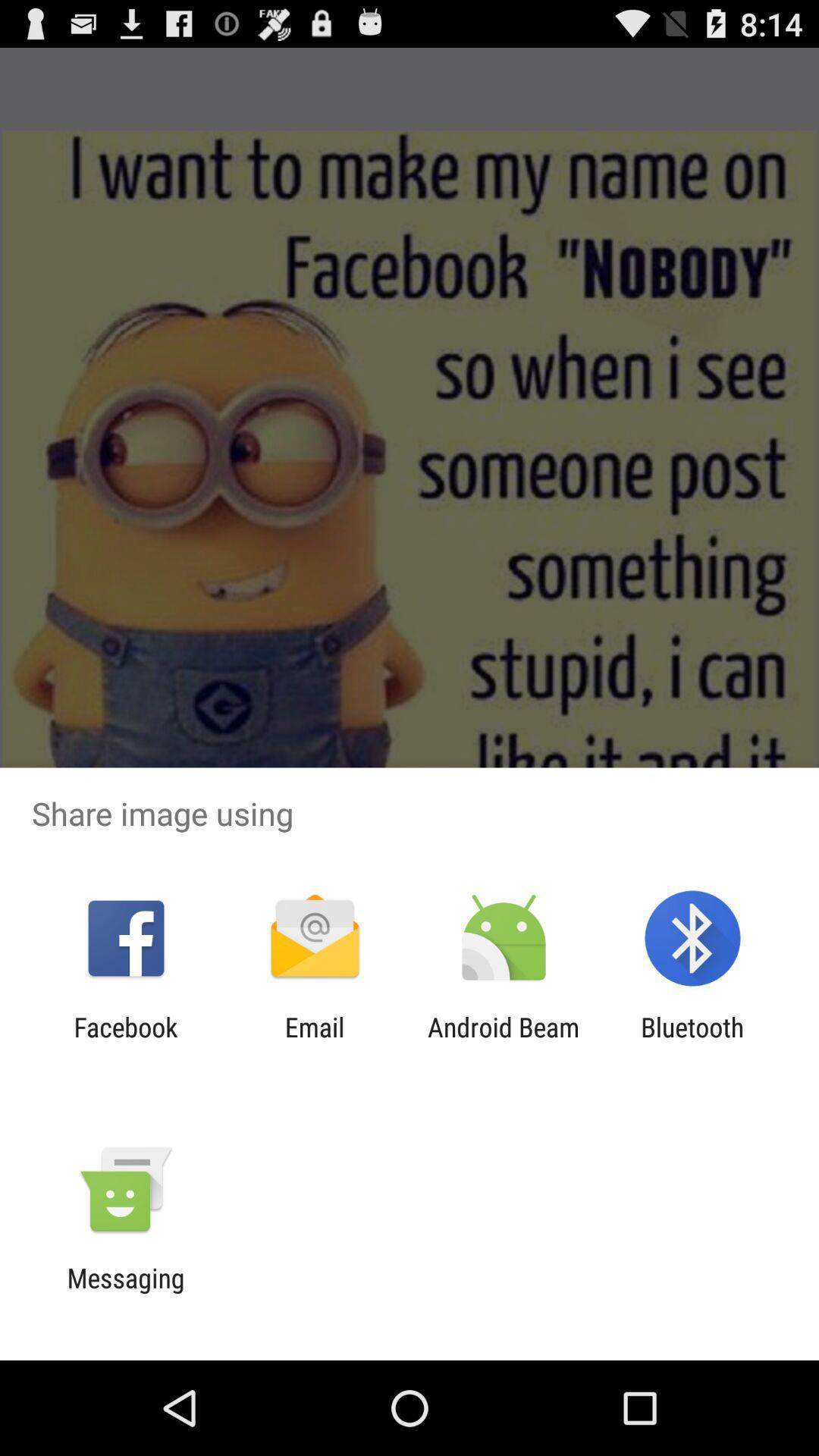 The image size is (819, 1456). I want to click on the icon to the left of the android beam item, so click(314, 1042).